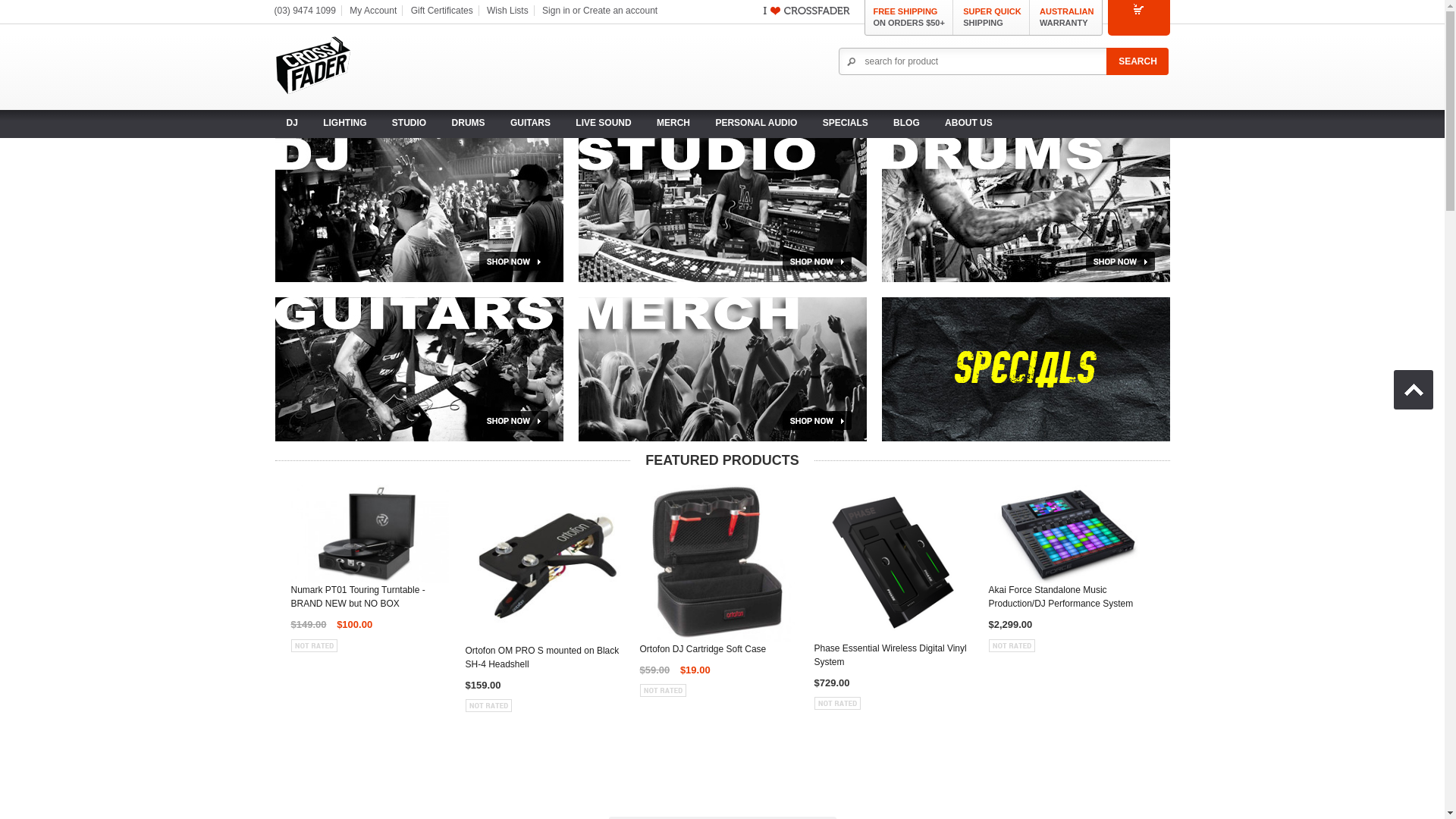 Image resolution: width=1456 pixels, height=819 pixels. Describe the element at coordinates (555, 11) in the screenshot. I see `'Sign in'` at that location.